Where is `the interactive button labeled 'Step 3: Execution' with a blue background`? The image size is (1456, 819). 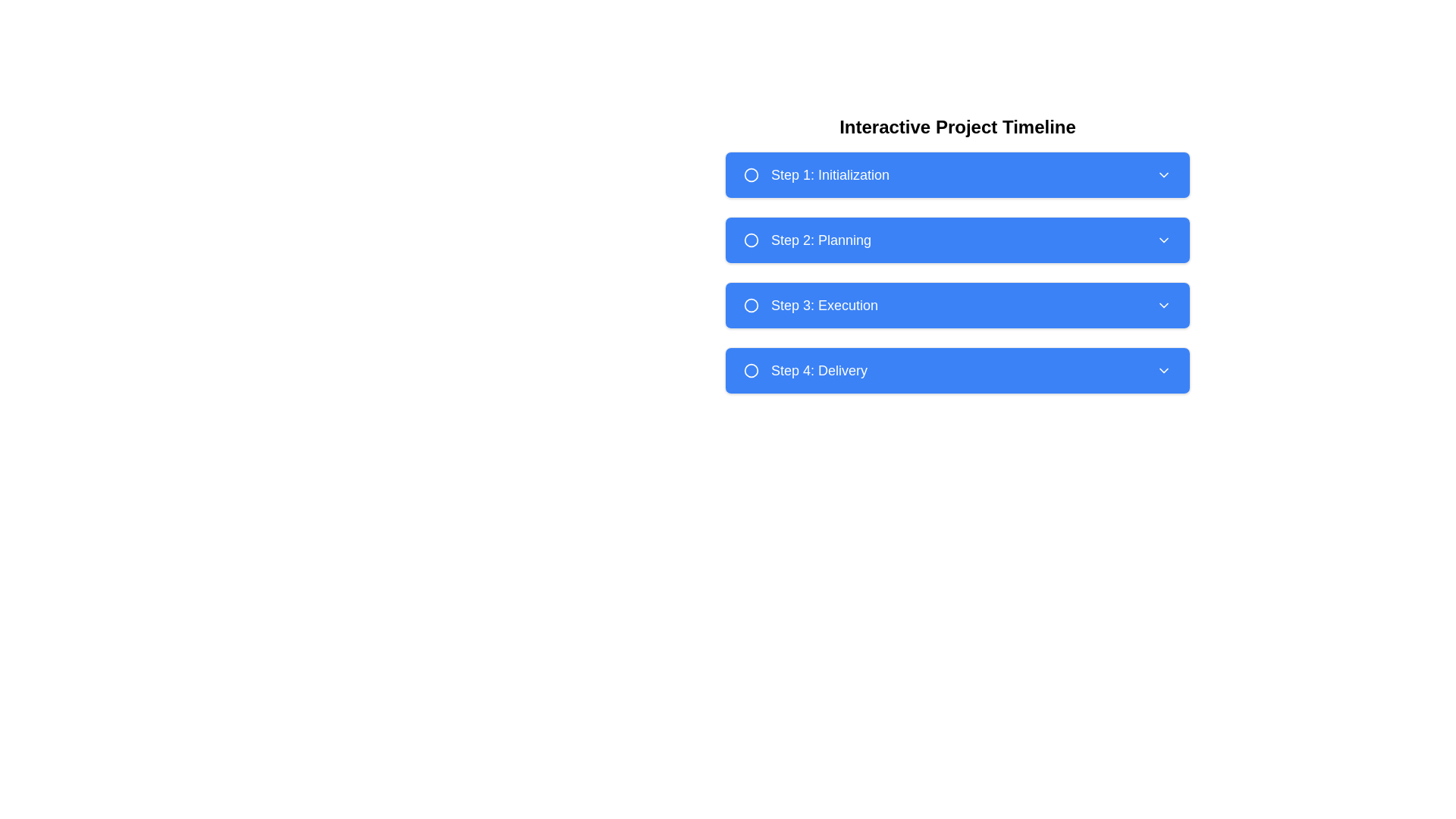 the interactive button labeled 'Step 3: Execution' with a blue background is located at coordinates (956, 305).